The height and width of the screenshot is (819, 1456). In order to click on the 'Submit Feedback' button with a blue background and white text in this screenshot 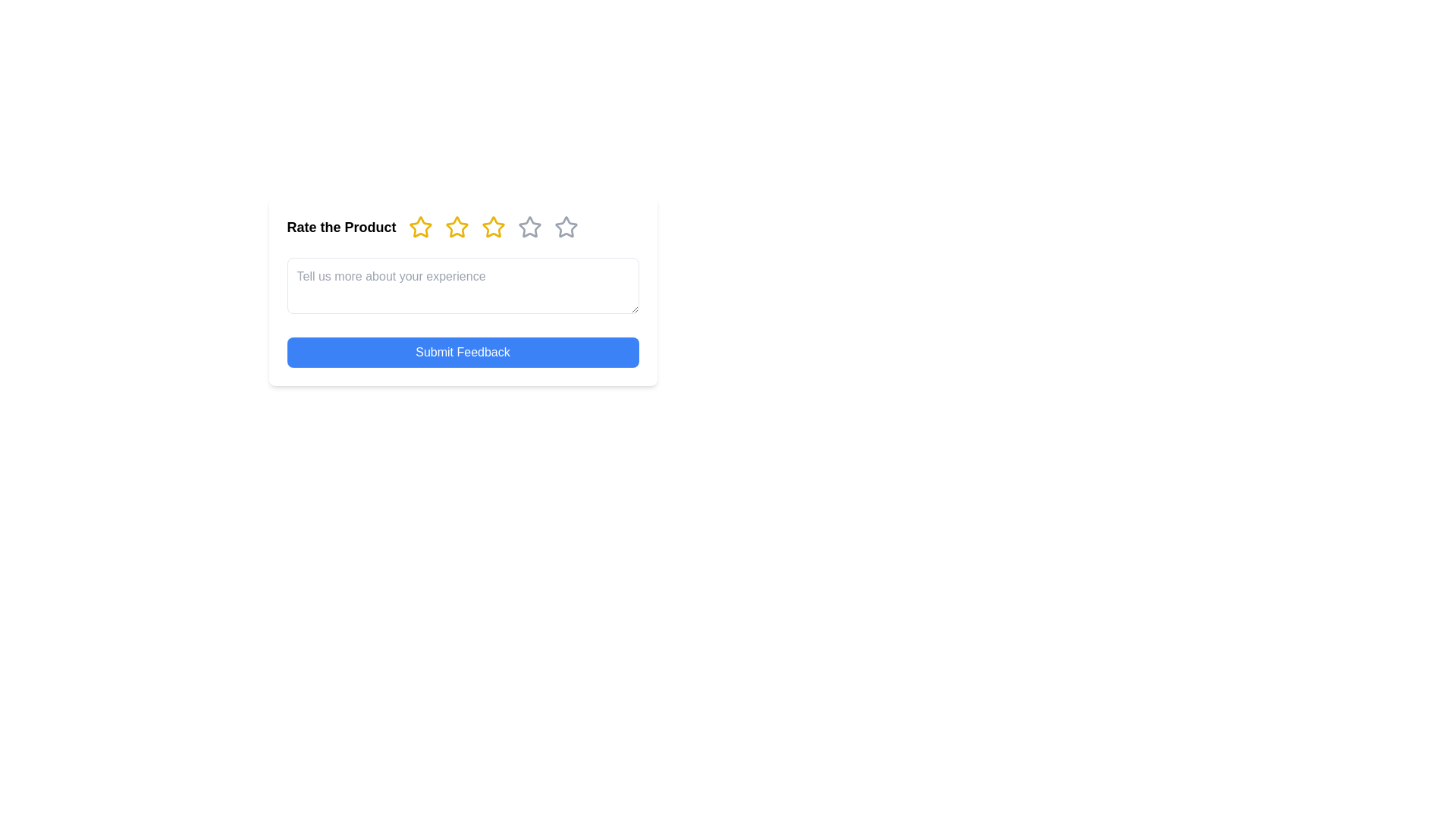, I will do `click(462, 353)`.